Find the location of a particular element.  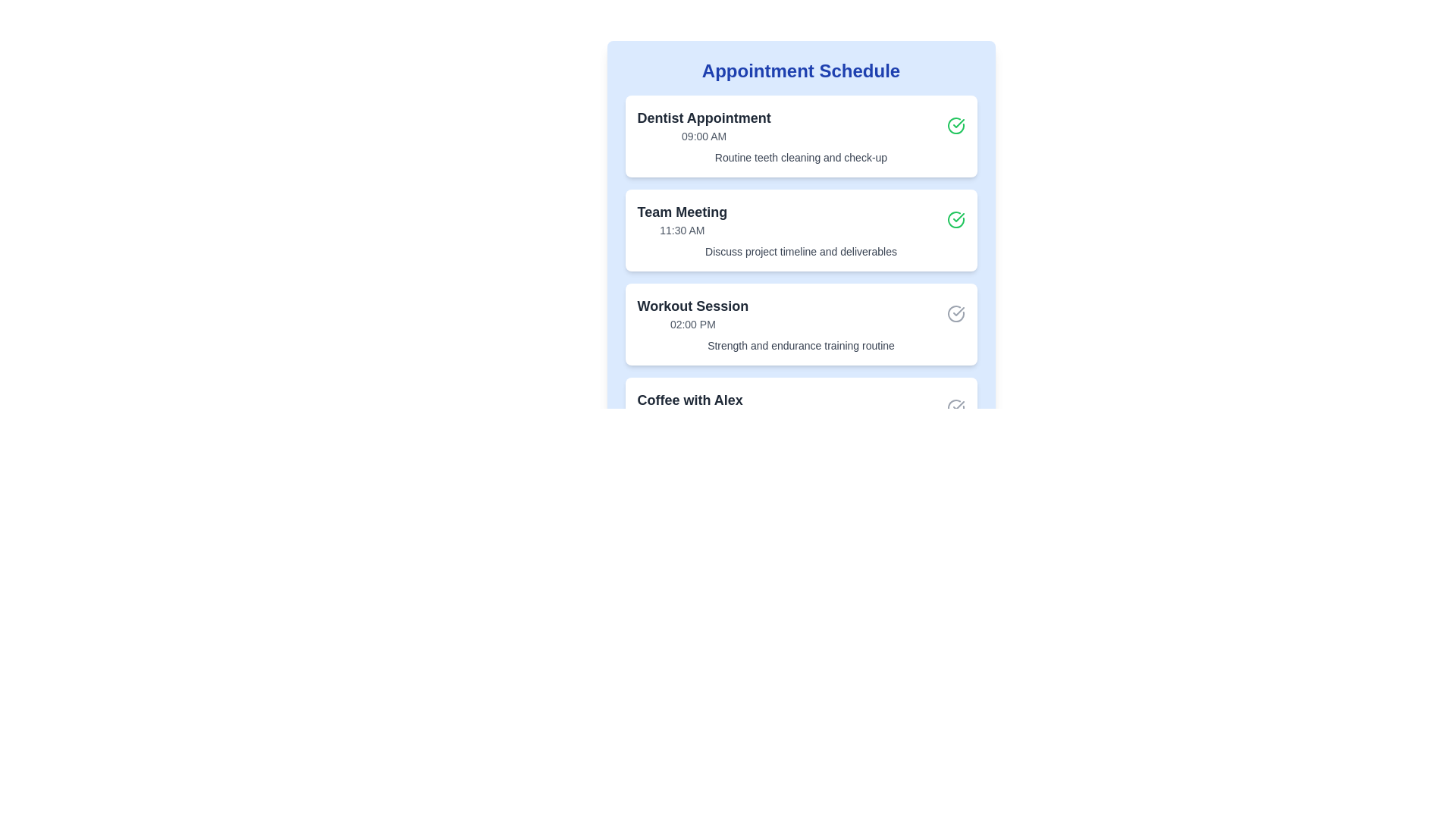

the green circular icon with a checkmark, located on the right-hand side of the row containing 'Team Meeting' and '11:30 AM' is located at coordinates (955, 219).